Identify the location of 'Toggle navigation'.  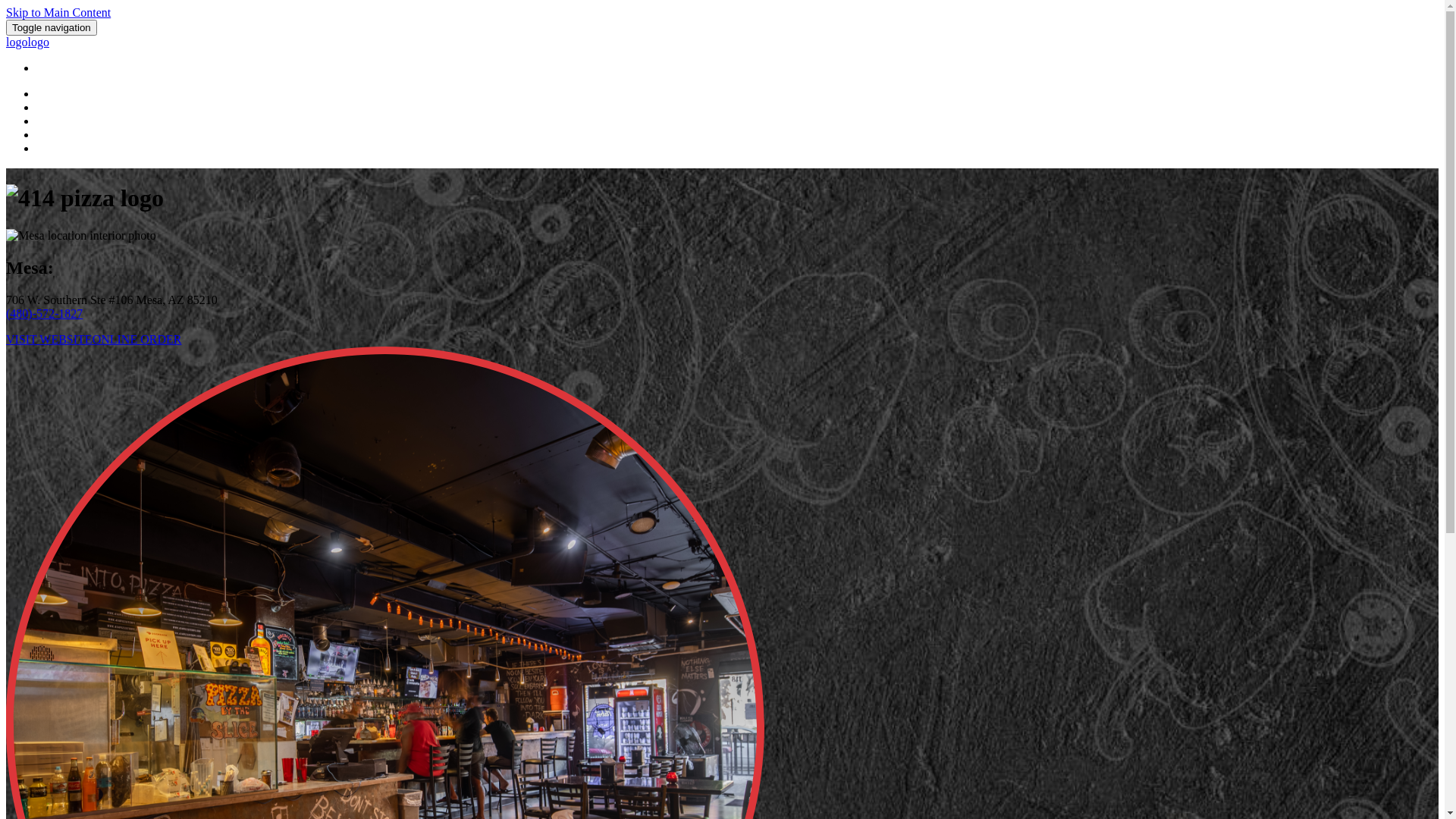
(51, 27).